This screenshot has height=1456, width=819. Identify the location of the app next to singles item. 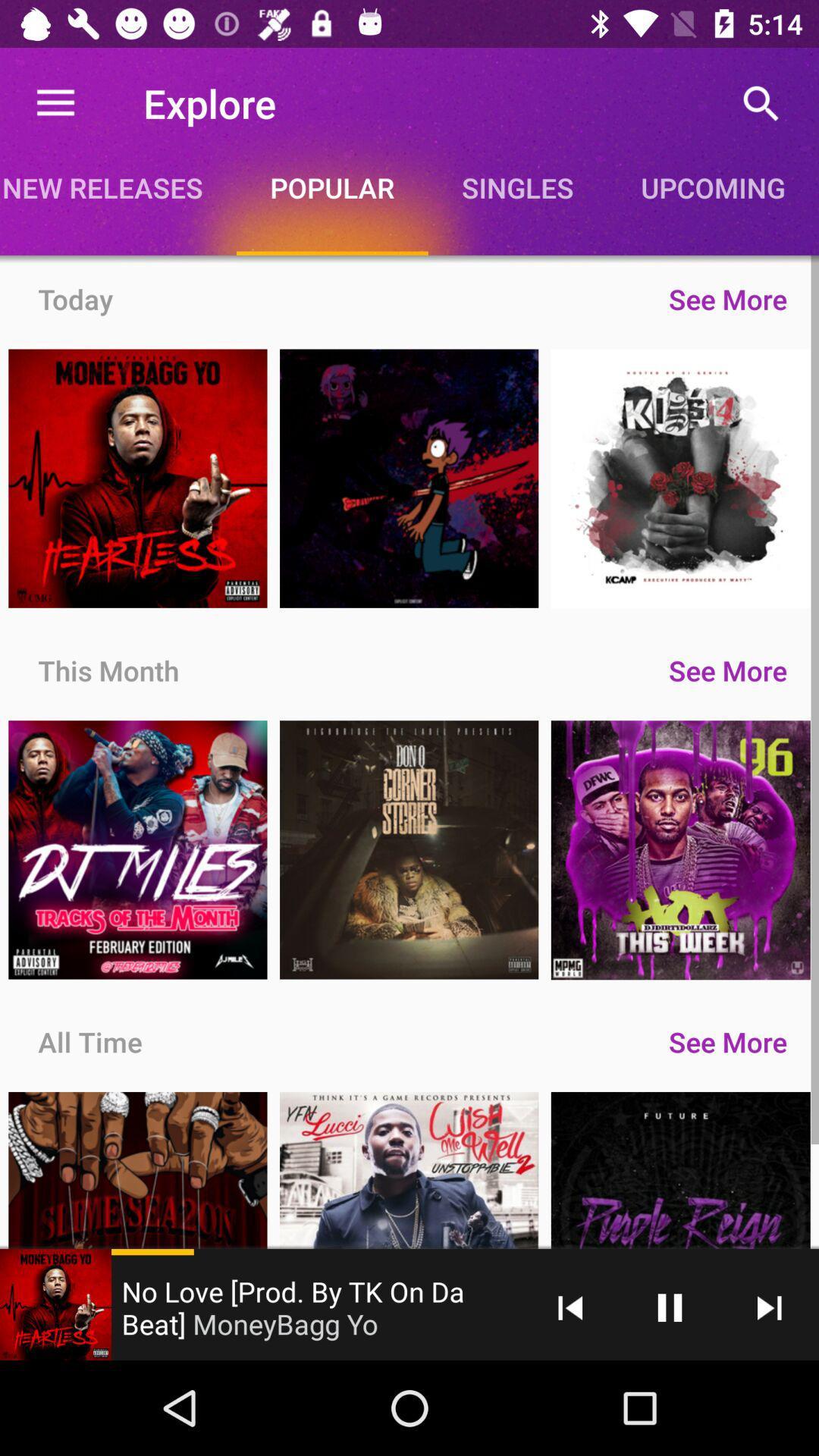
(331, 187).